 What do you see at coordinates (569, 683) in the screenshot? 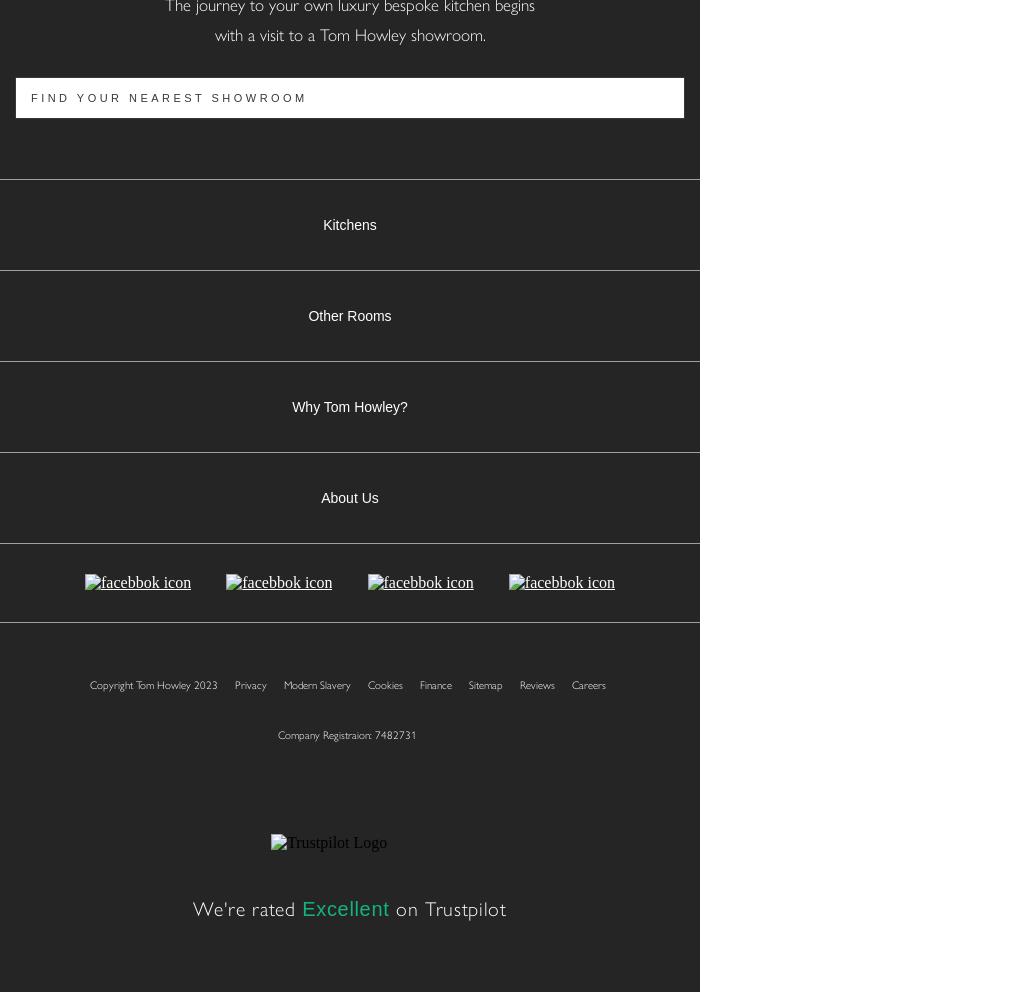
I see `'Careers'` at bounding box center [569, 683].